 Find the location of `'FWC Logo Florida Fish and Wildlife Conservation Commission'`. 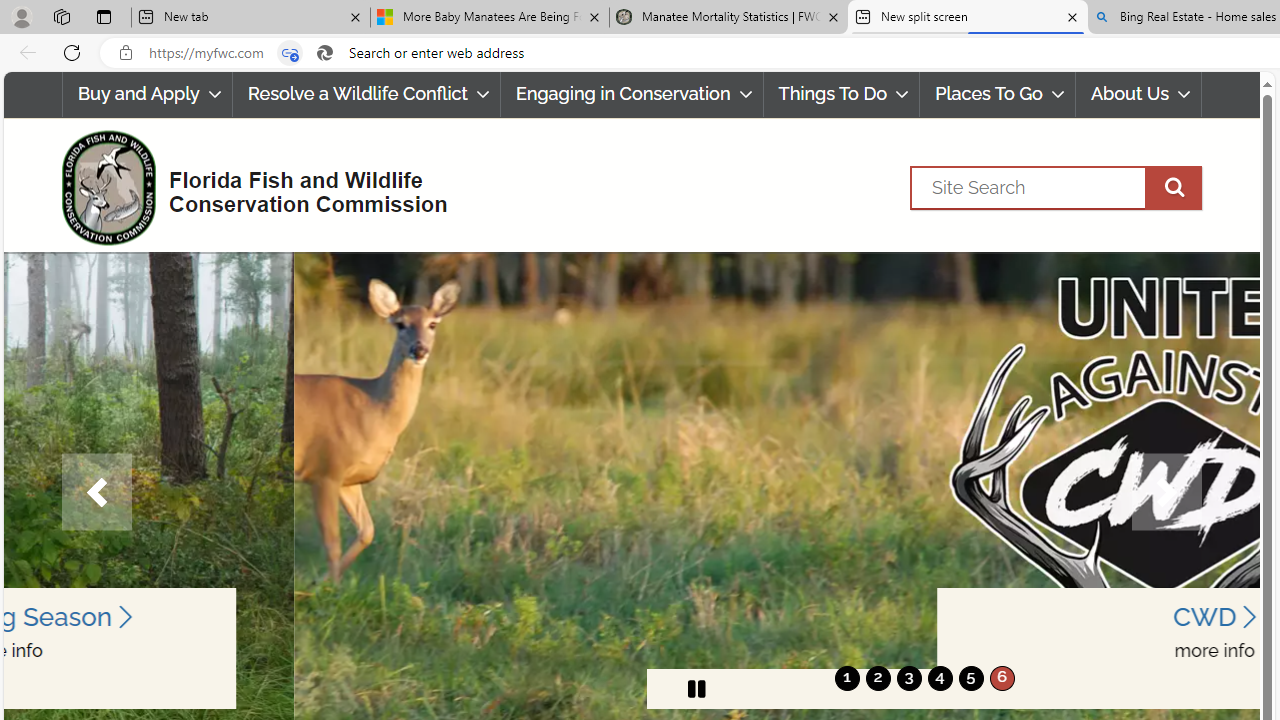

'FWC Logo Florida Fish and Wildlife Conservation Commission' is located at coordinates (245, 185).